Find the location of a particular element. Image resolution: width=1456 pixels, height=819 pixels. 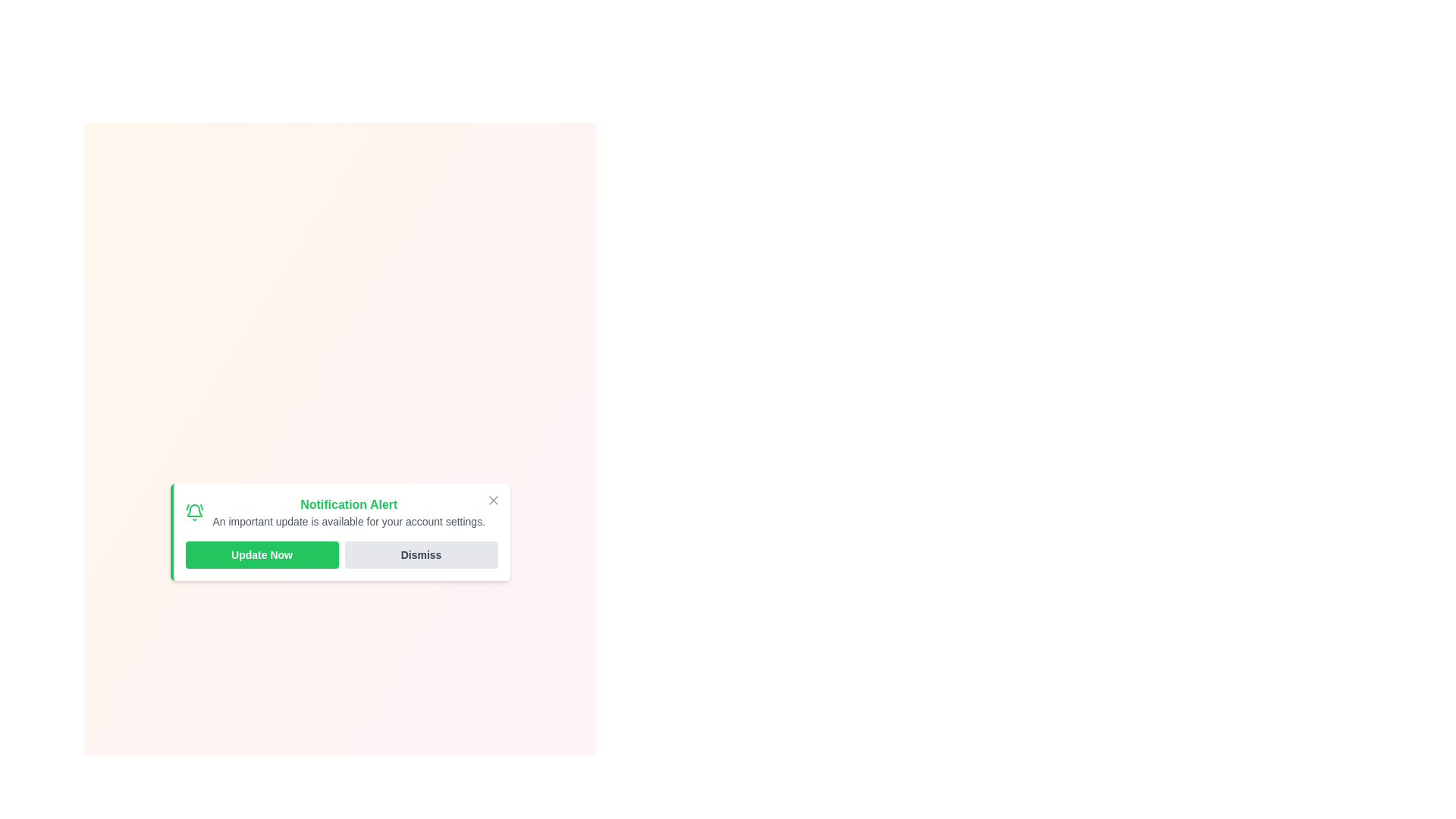

the 'Update Now' button is located at coordinates (262, 555).